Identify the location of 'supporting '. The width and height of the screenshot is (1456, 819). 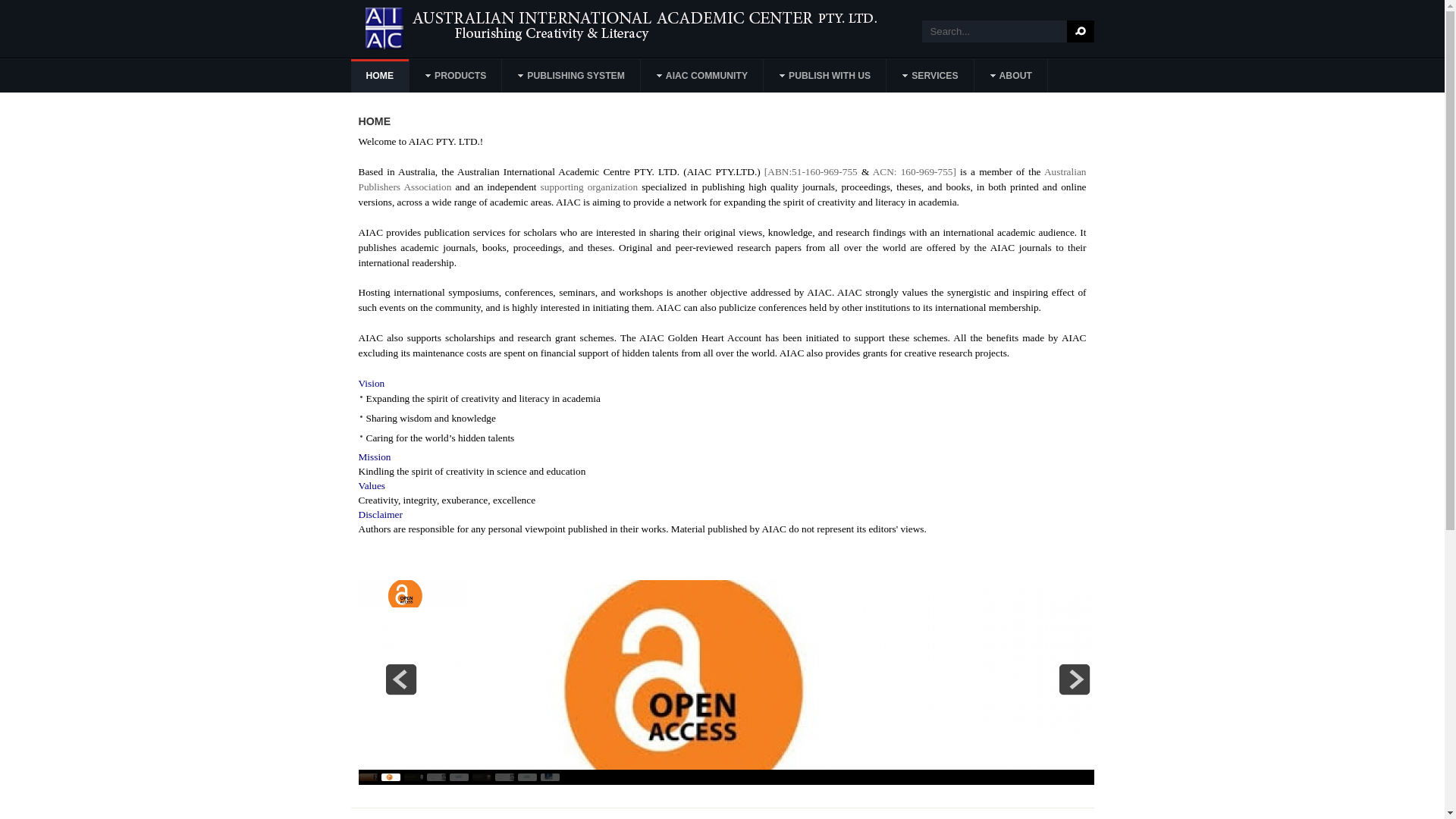
(563, 186).